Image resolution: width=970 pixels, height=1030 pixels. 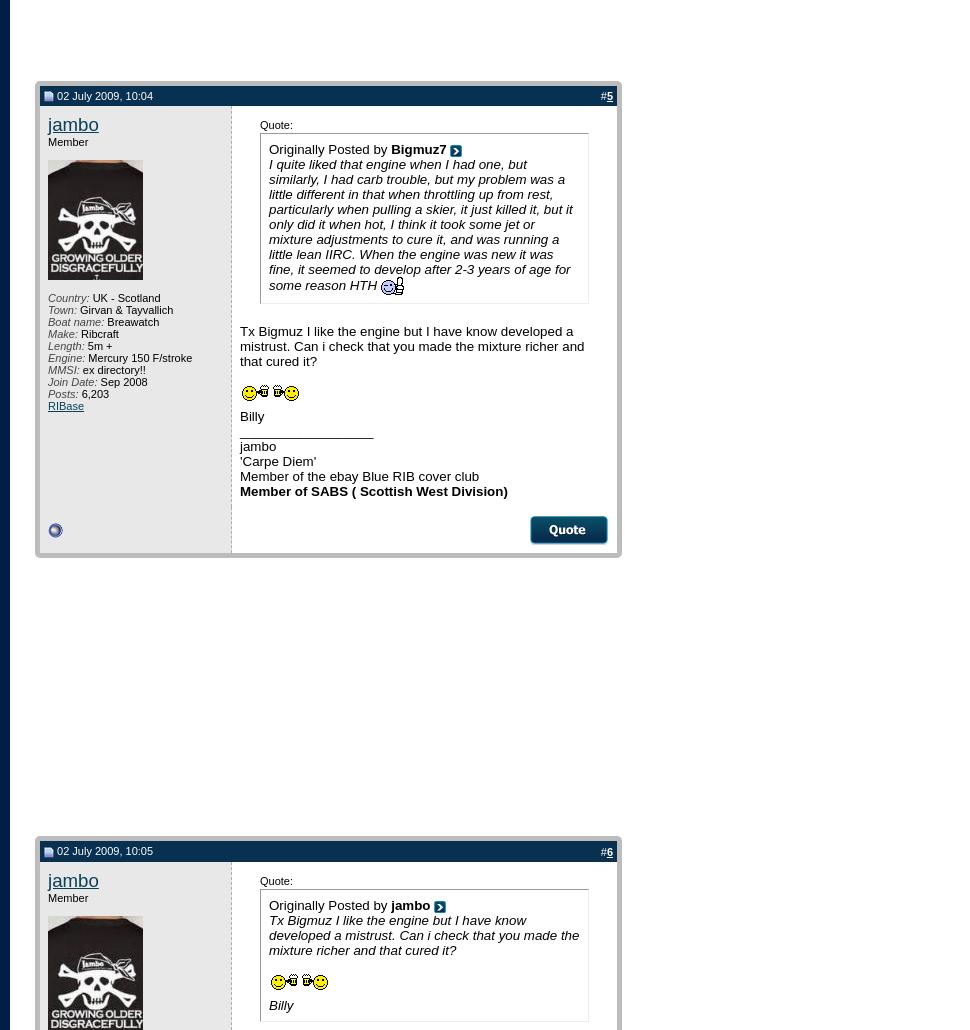 I want to click on 'Country:', so click(x=67, y=296).